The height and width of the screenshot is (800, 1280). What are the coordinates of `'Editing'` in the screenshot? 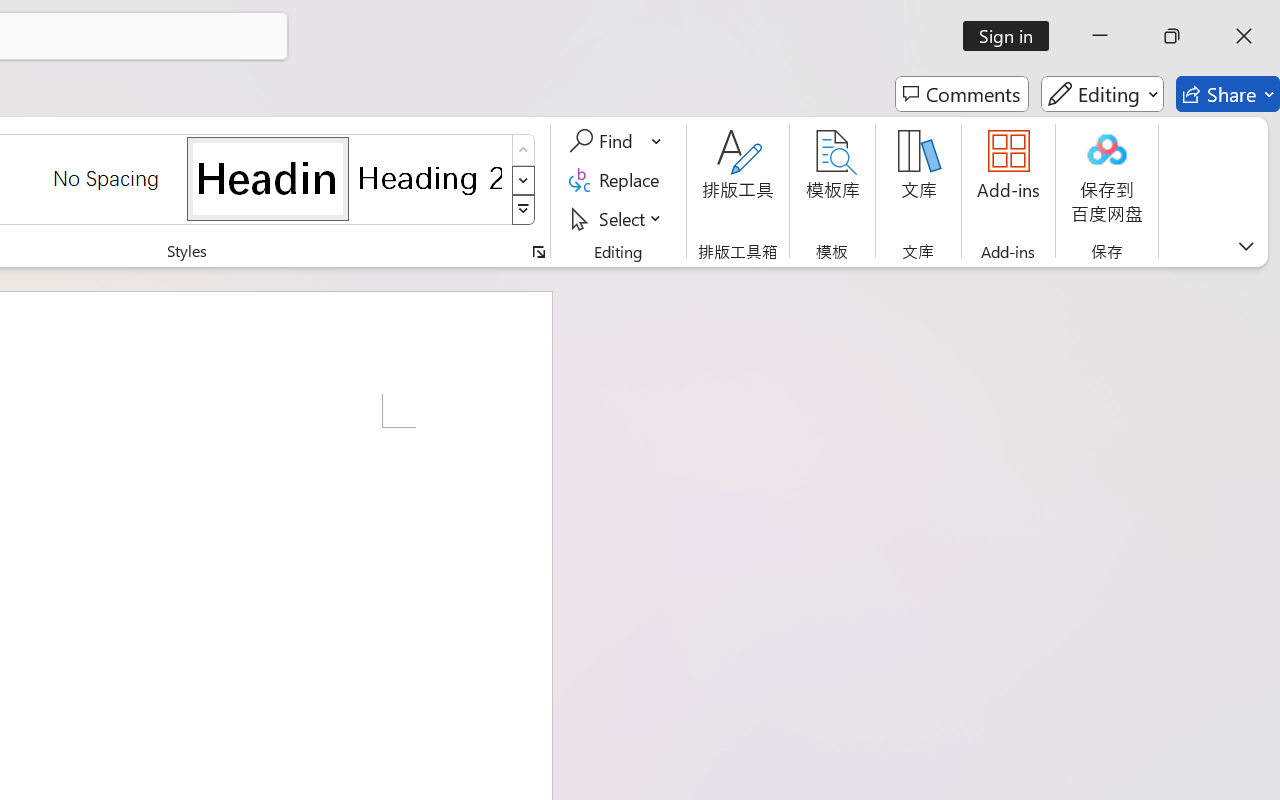 It's located at (1101, 94).